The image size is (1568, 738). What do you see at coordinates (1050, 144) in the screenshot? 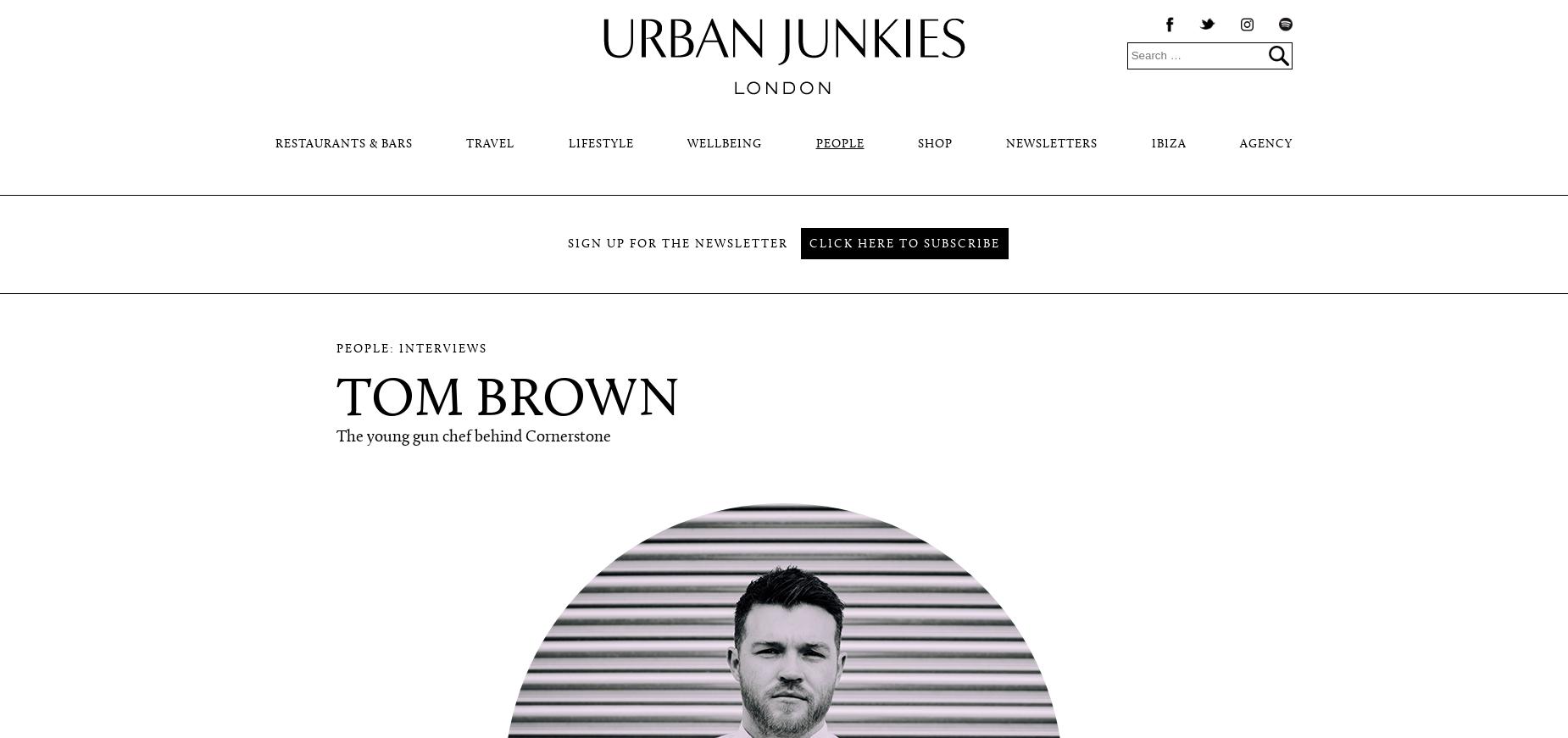
I see `'Newsletters'` at bounding box center [1050, 144].